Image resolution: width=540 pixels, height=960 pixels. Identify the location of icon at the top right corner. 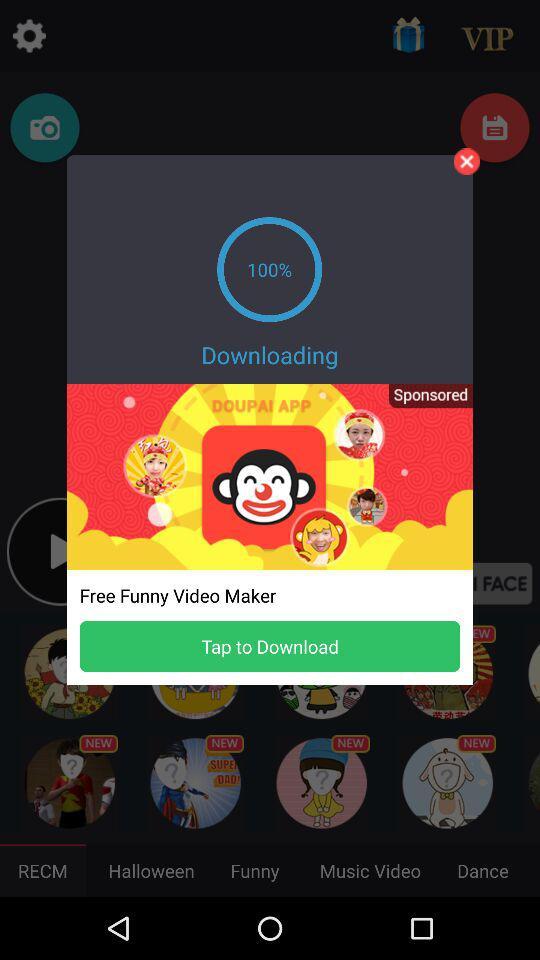
(466, 160).